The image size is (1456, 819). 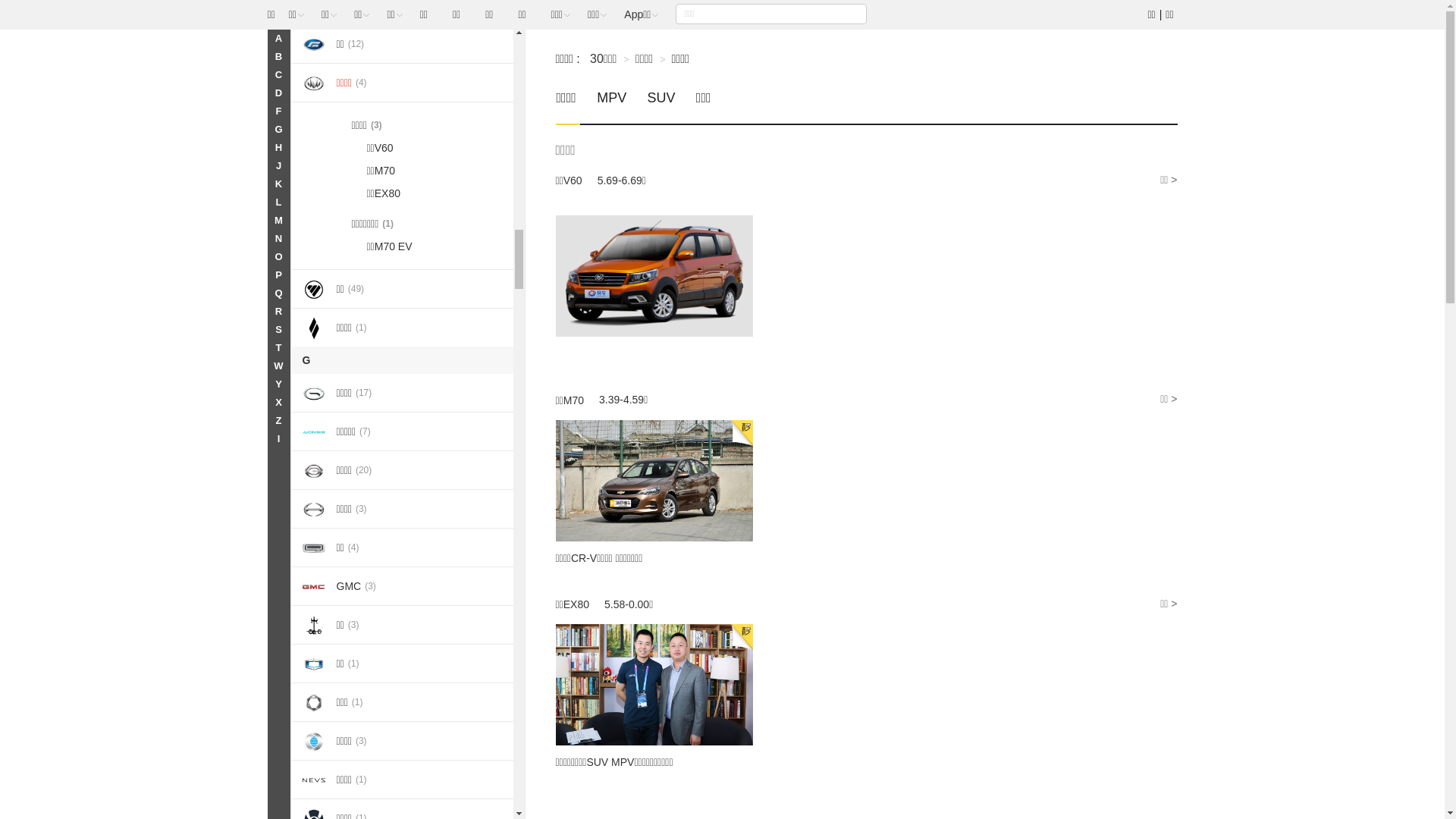 What do you see at coordinates (661, 105) in the screenshot?
I see `'SUV'` at bounding box center [661, 105].